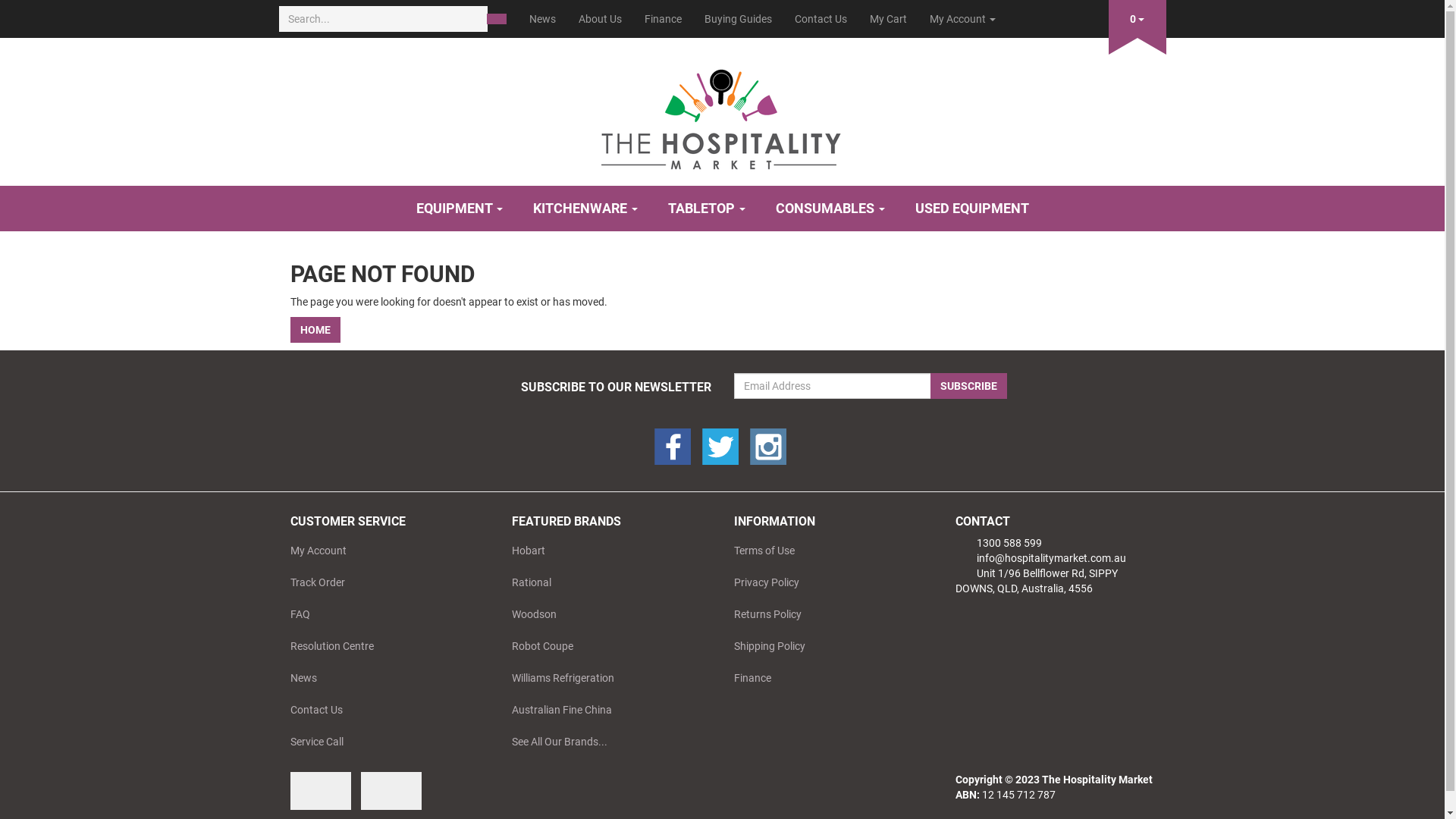 The height and width of the screenshot is (819, 1456). Describe the element at coordinates (313, 329) in the screenshot. I see `'HOME'` at that location.